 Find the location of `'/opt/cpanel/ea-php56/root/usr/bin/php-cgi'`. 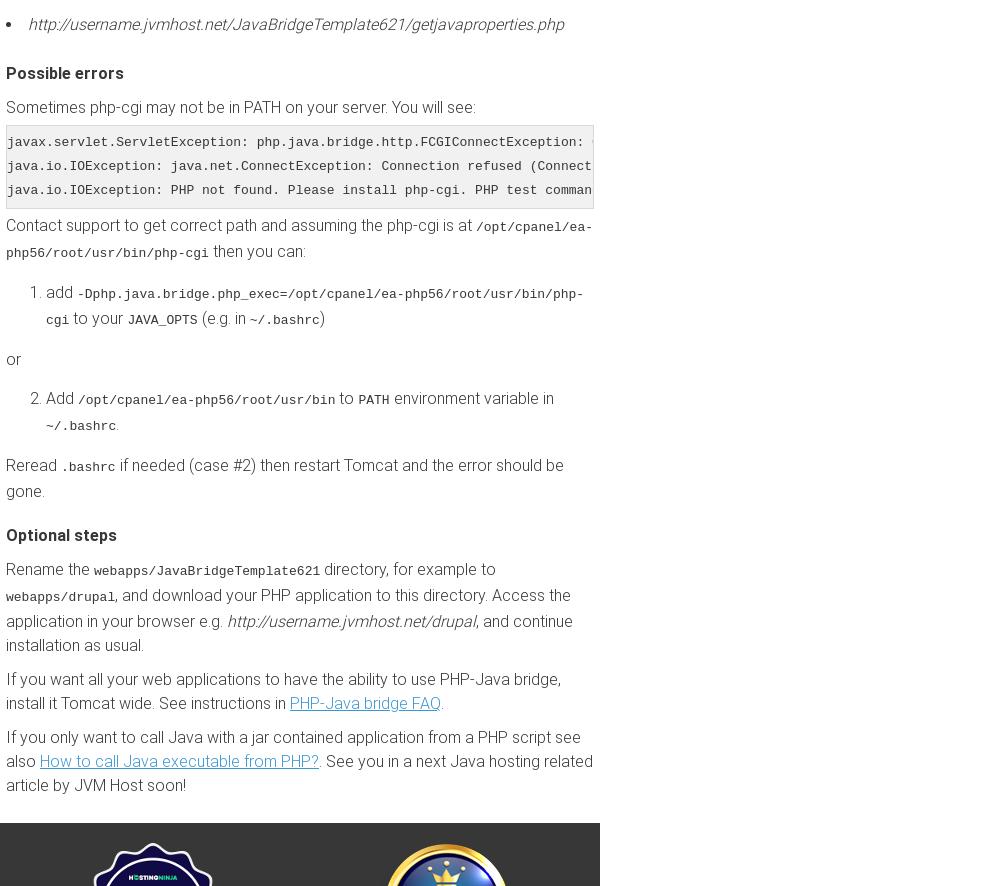

'/opt/cpanel/ea-php56/root/usr/bin/php-cgi' is located at coordinates (298, 239).